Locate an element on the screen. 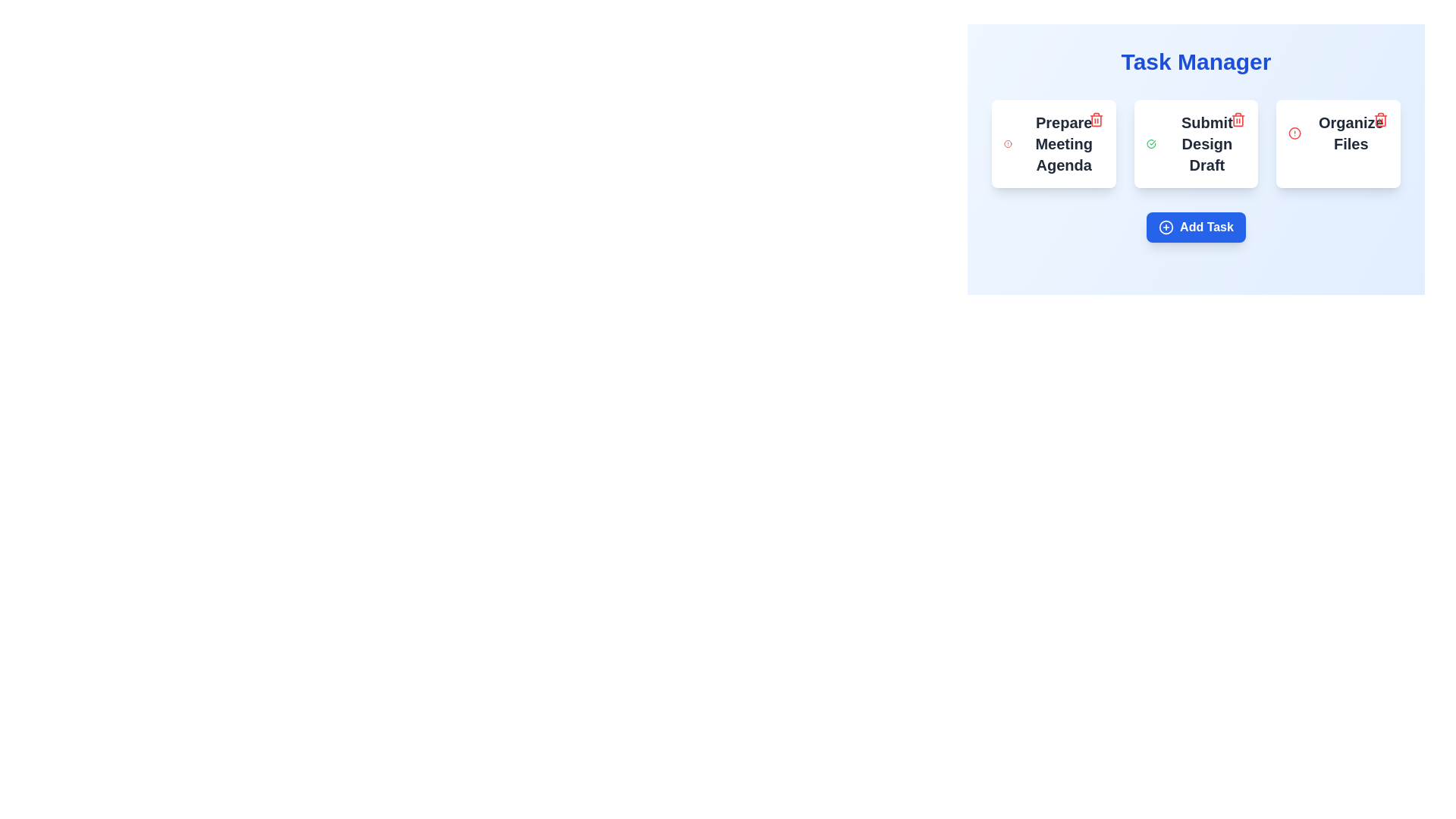  task information from the card component labeled 'Organize Files', which is the last card in a row of three within the Task Manager interface is located at coordinates (1338, 133).